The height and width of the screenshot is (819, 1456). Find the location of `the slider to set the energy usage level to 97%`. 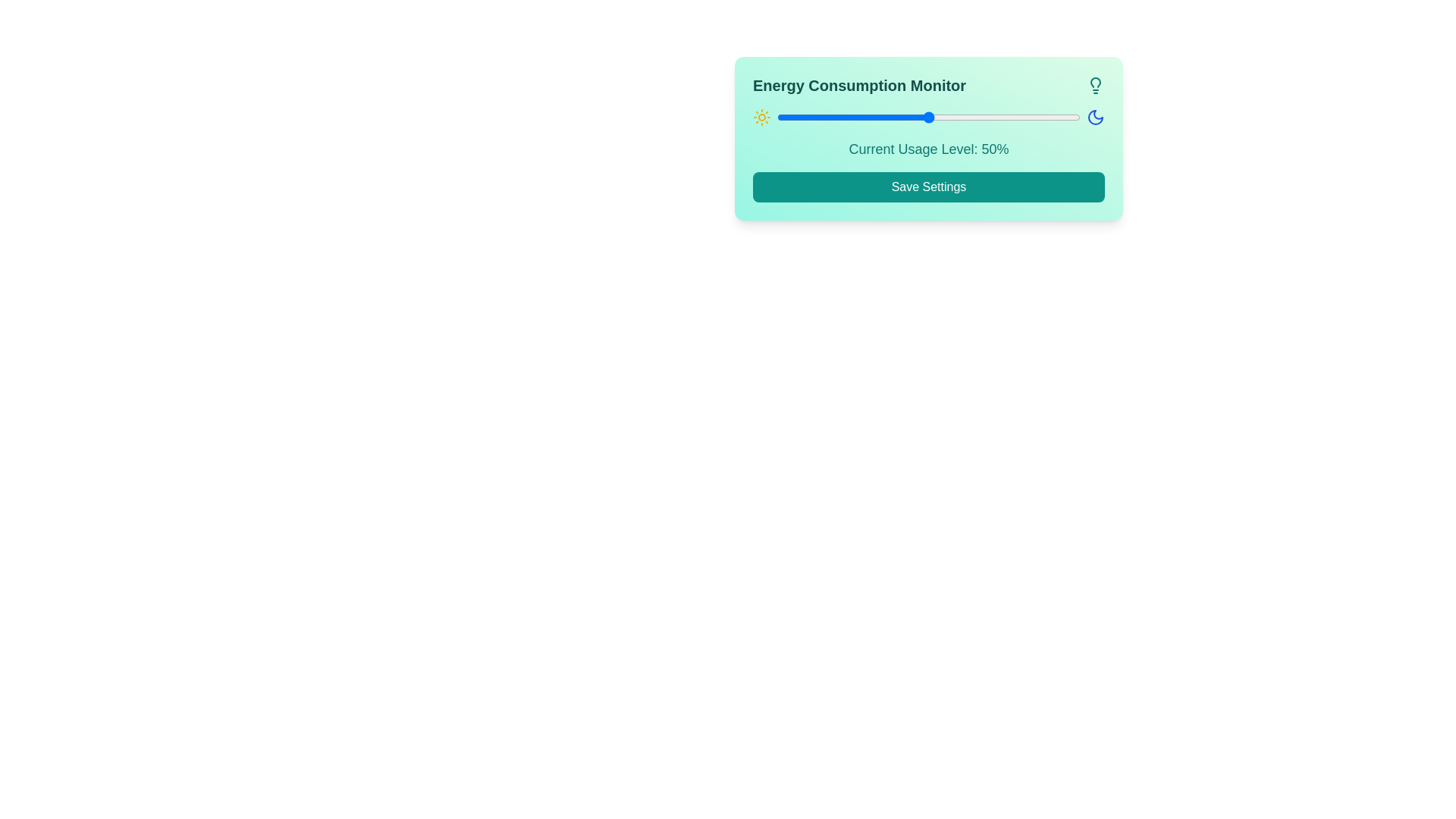

the slider to set the energy usage level to 97% is located at coordinates (1070, 116).